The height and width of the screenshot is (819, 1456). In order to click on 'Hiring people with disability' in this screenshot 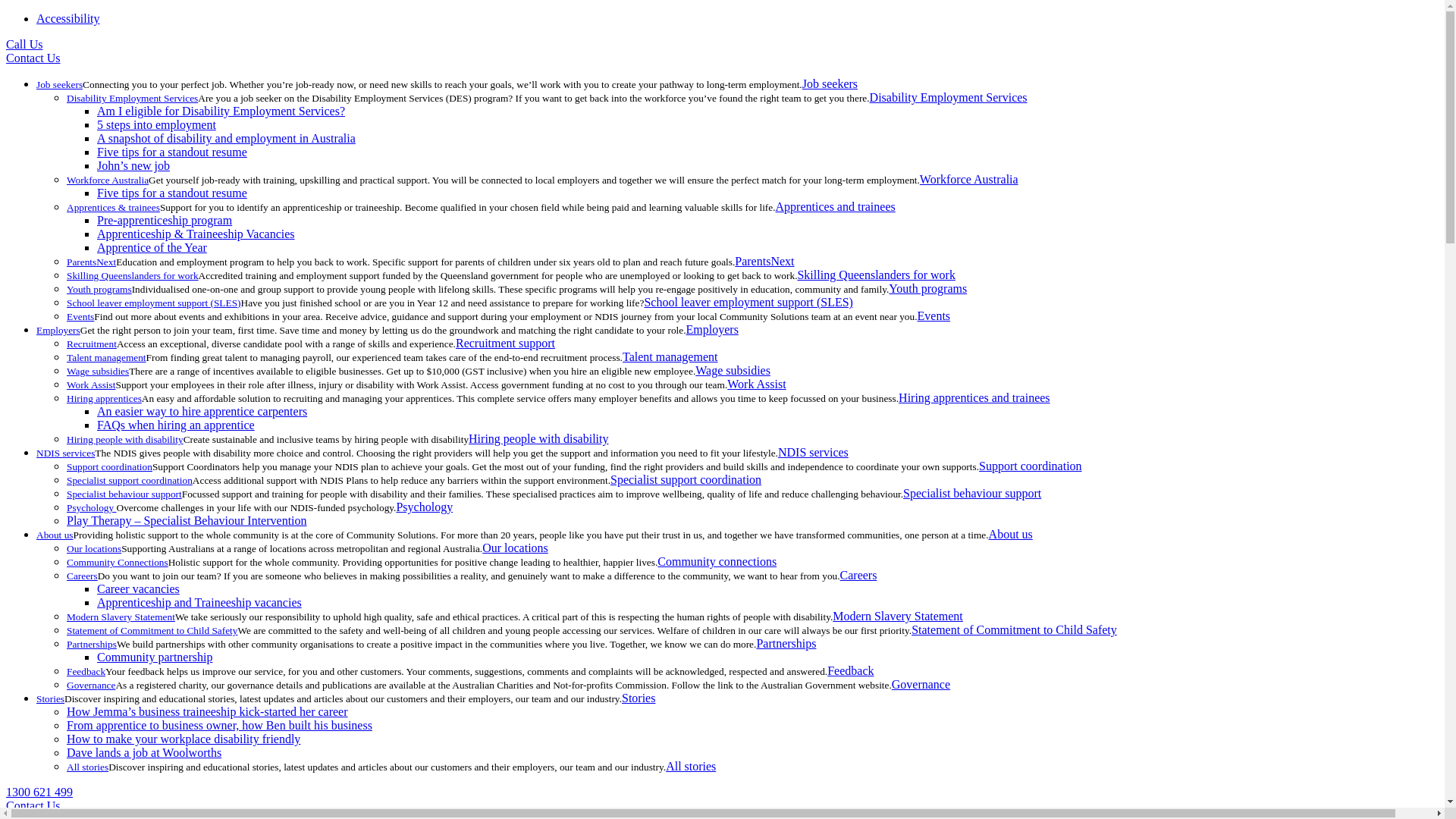, I will do `click(538, 438)`.